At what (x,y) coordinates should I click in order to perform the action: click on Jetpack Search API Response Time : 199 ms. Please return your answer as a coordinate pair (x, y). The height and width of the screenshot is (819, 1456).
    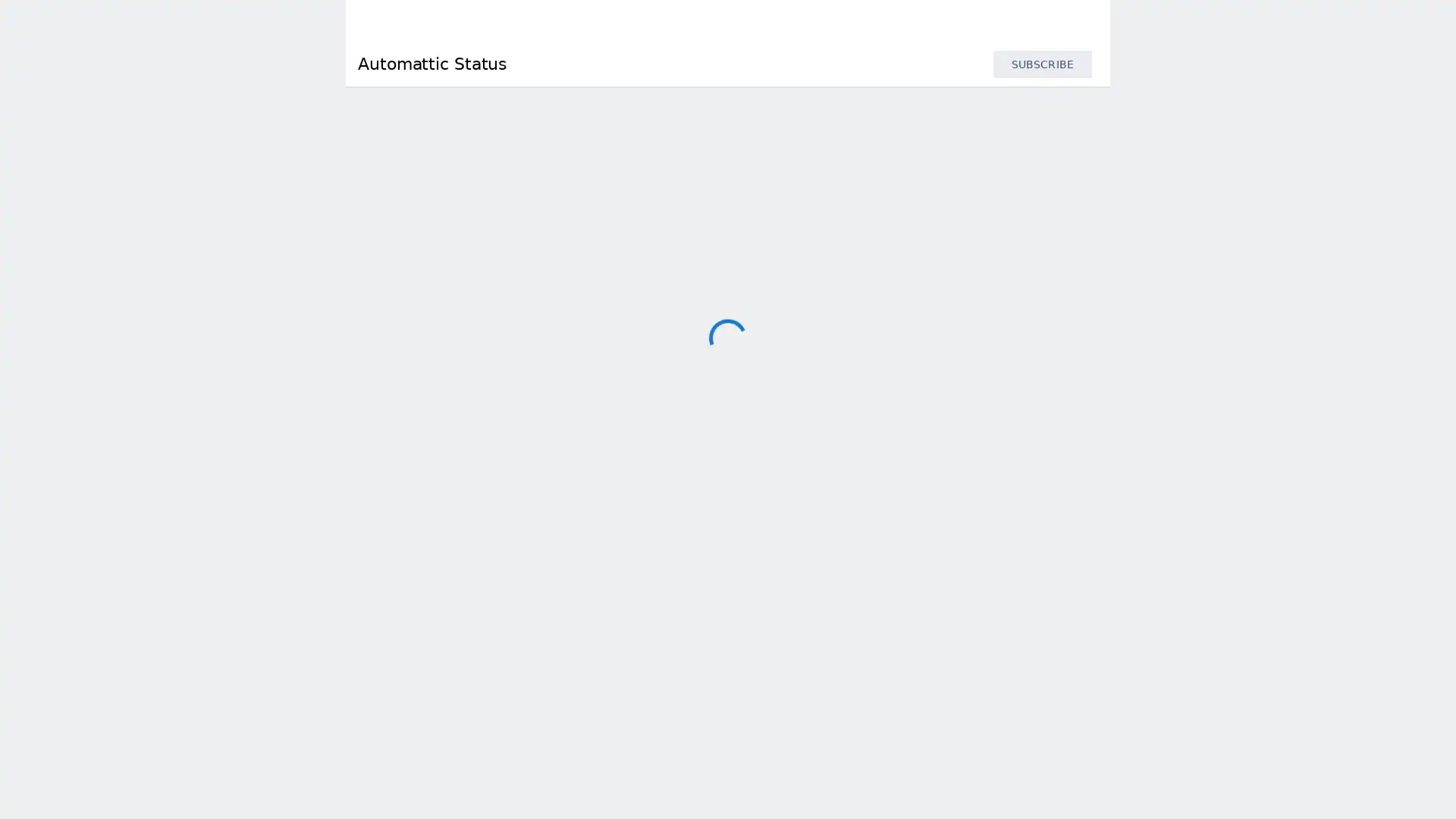
    Looking at the image, I should click on (635, 557).